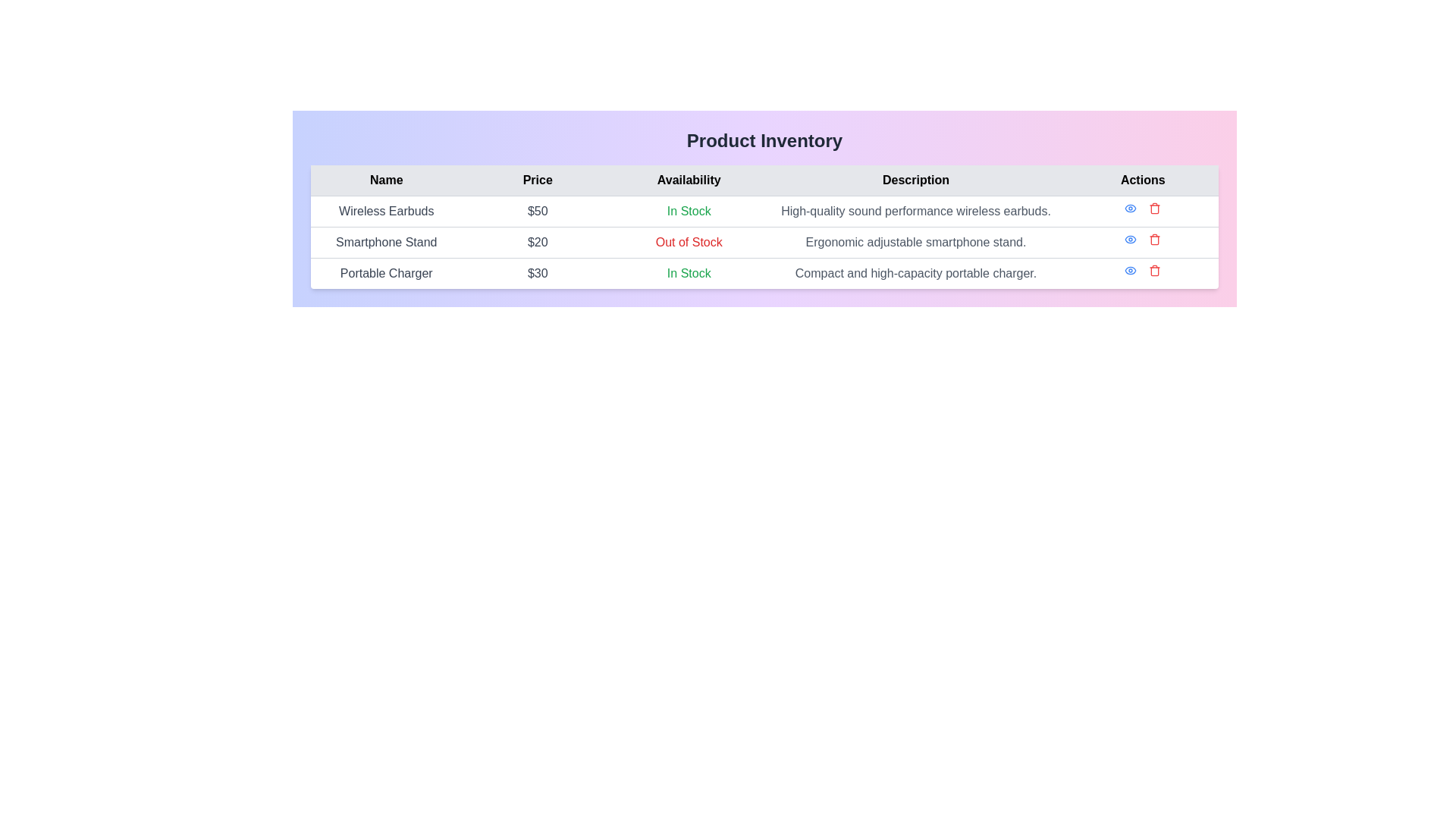 This screenshot has height=819, width=1456. What do you see at coordinates (688, 273) in the screenshot?
I see `the 'In Stock' text label in green color that indicates product availability for the 'Portable Charger' in the 'Availability' column of the third row of the table` at bounding box center [688, 273].